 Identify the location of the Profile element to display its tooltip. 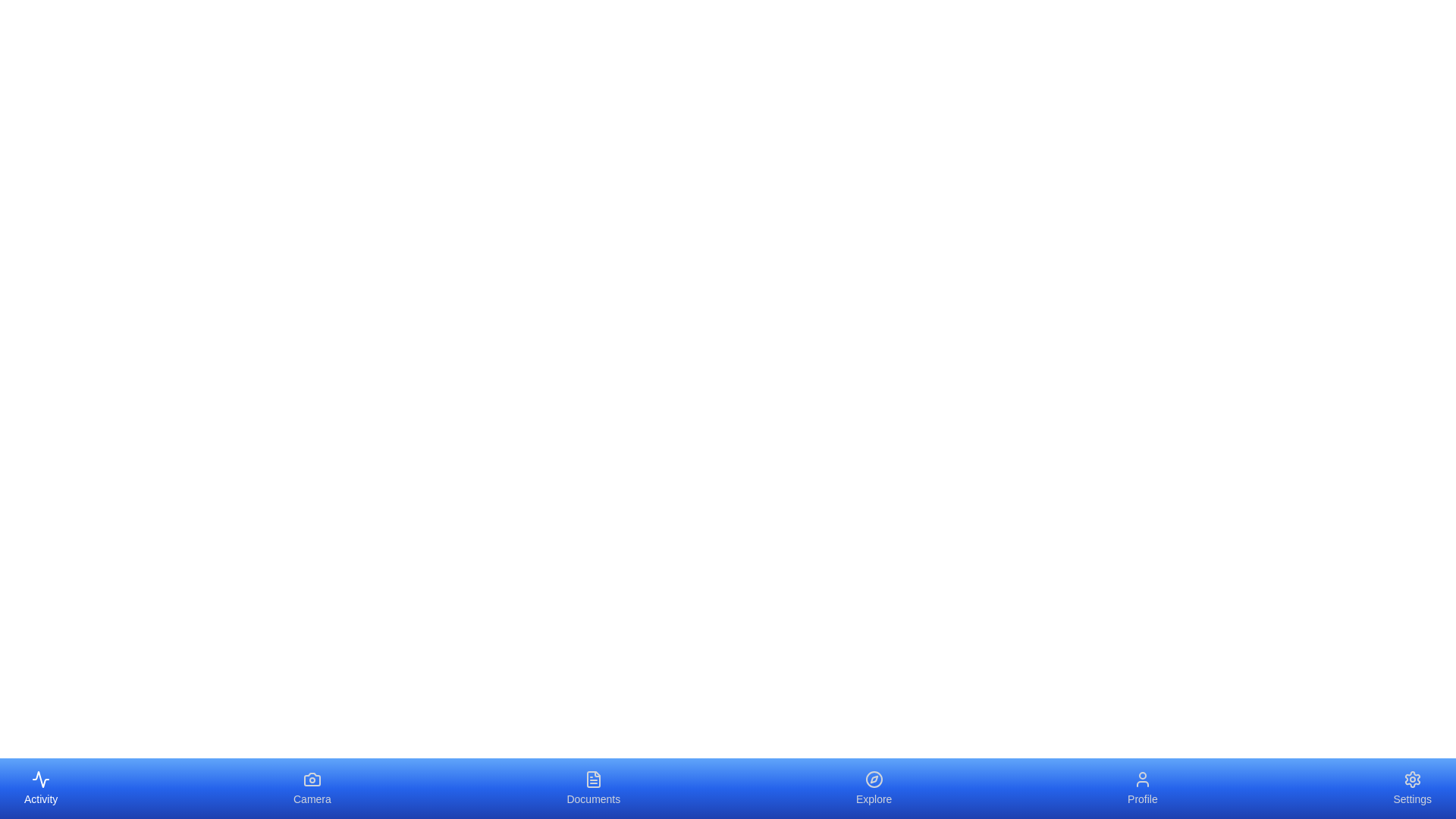
(1142, 788).